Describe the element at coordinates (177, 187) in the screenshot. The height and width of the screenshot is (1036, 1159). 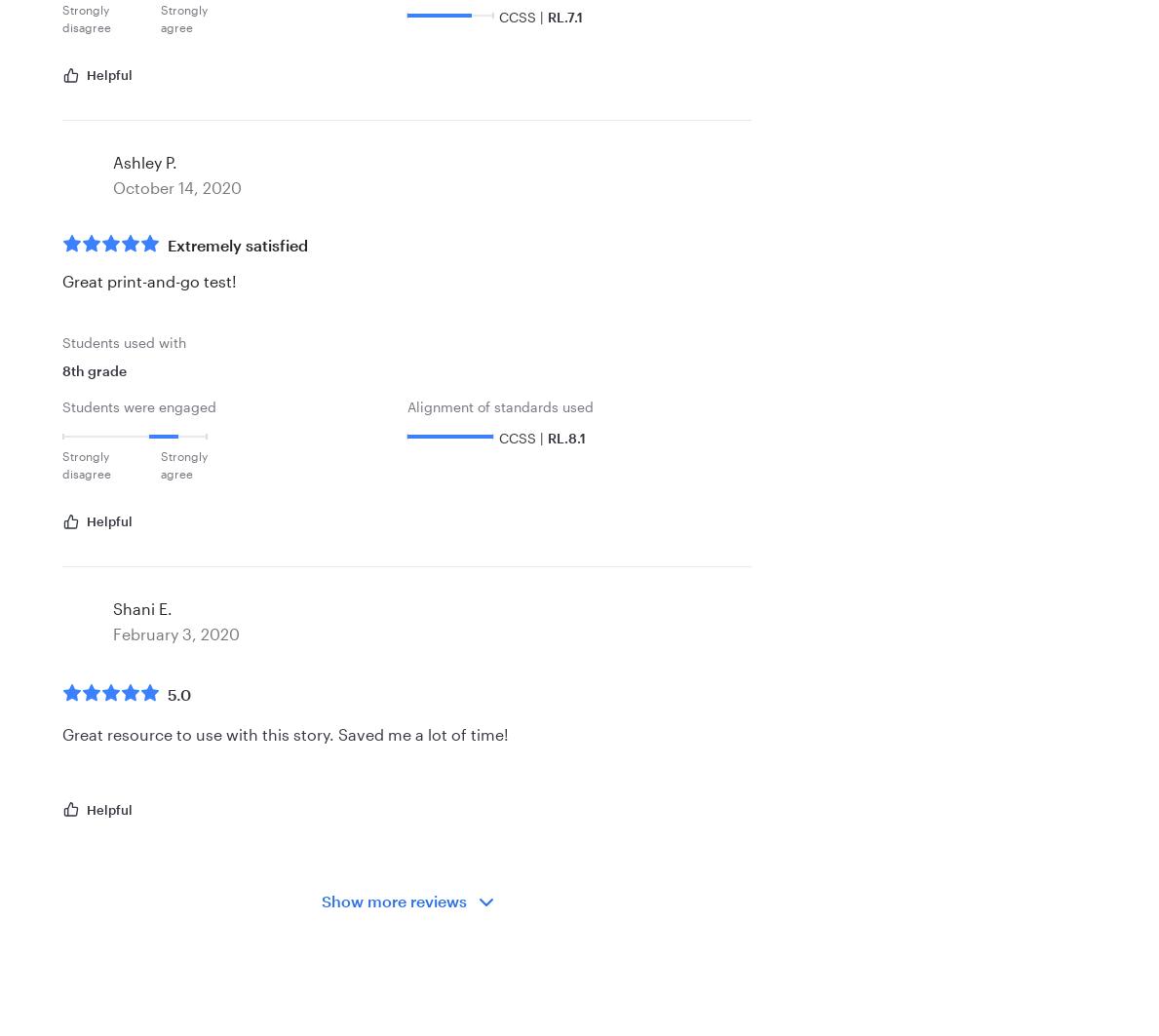
I see `'October 14, 2020'` at that location.